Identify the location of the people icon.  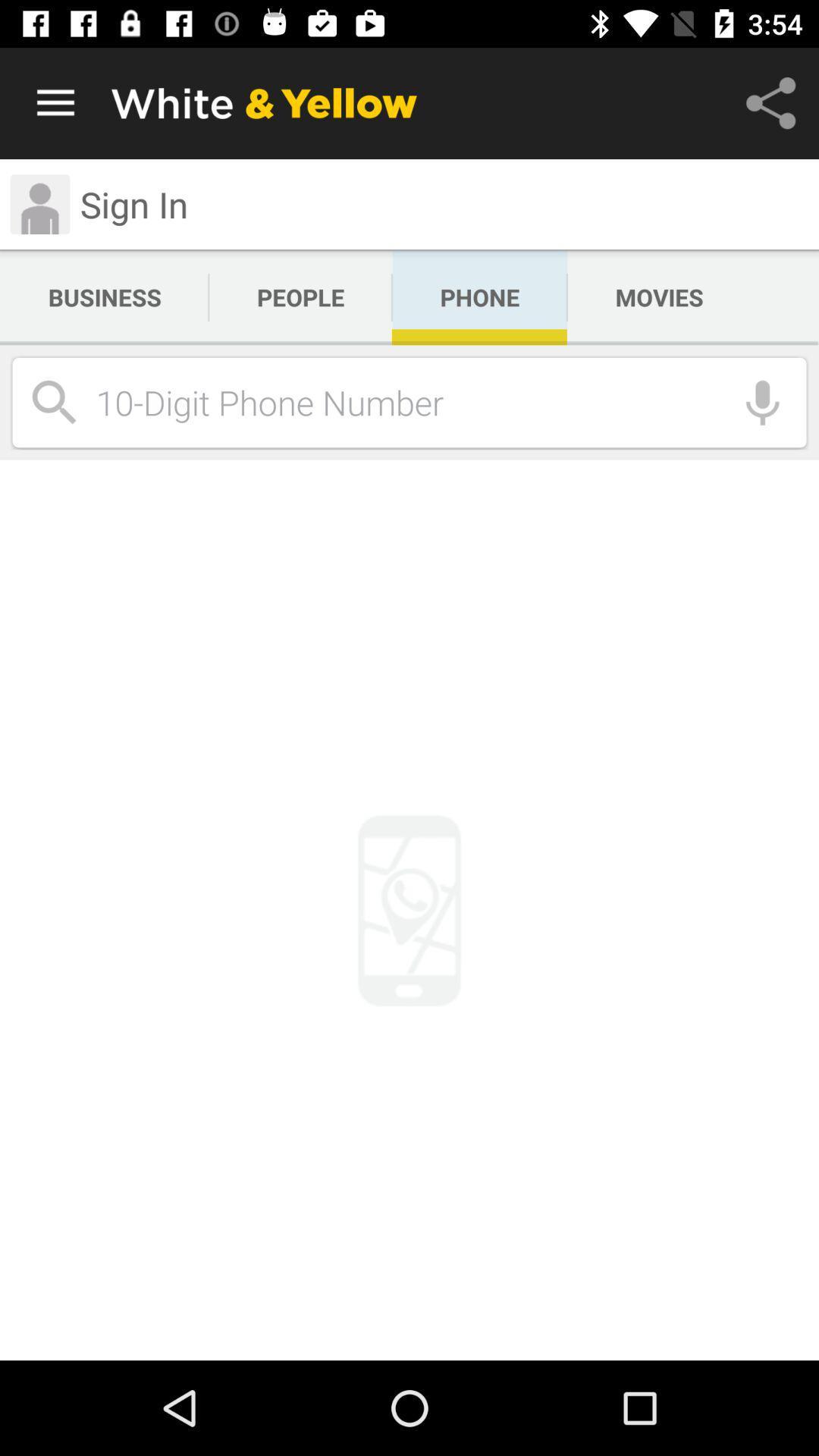
(300, 297).